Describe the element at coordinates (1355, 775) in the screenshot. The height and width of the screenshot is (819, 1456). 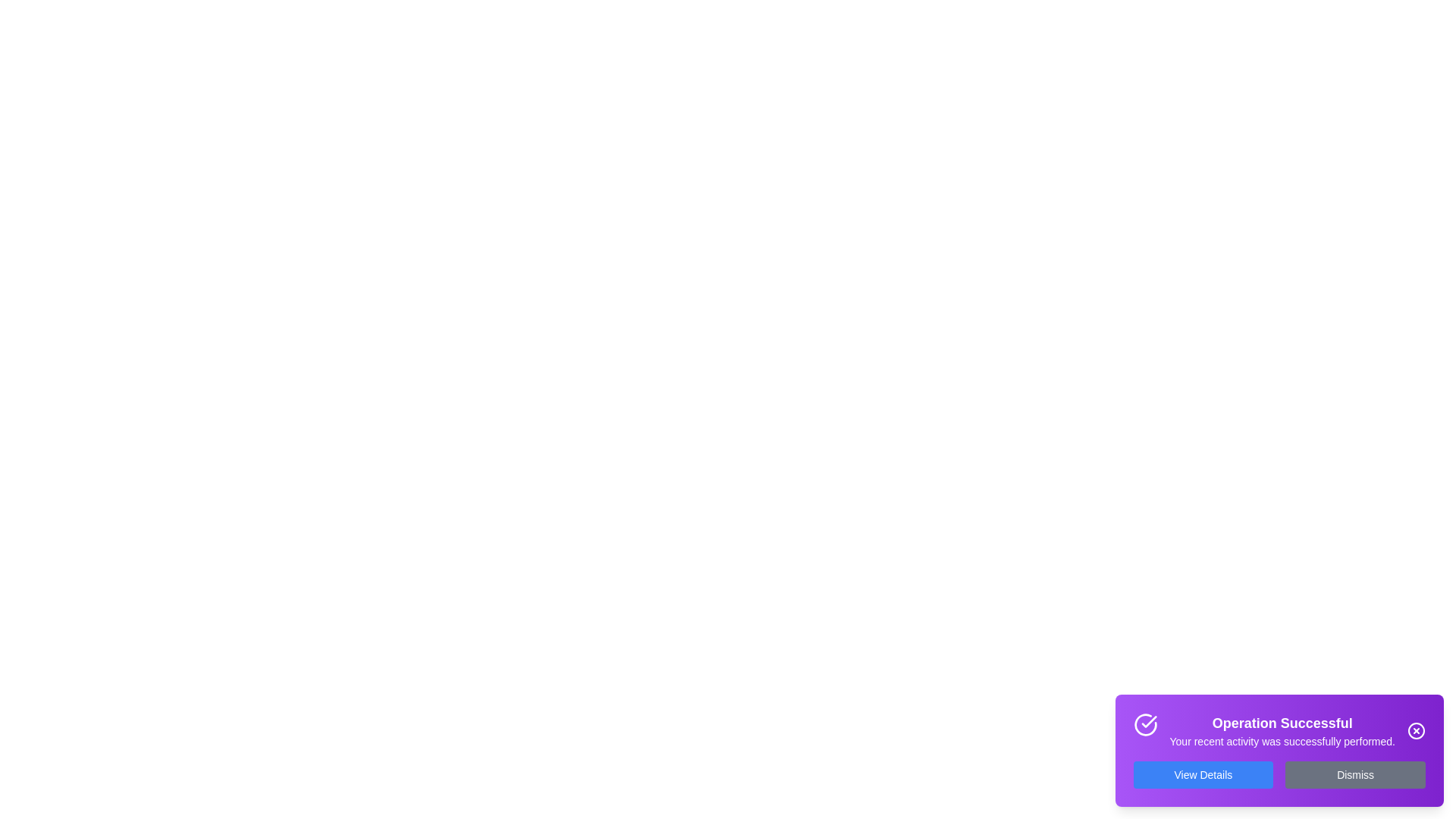
I see `the 'Dismiss' button to hide the alert` at that location.